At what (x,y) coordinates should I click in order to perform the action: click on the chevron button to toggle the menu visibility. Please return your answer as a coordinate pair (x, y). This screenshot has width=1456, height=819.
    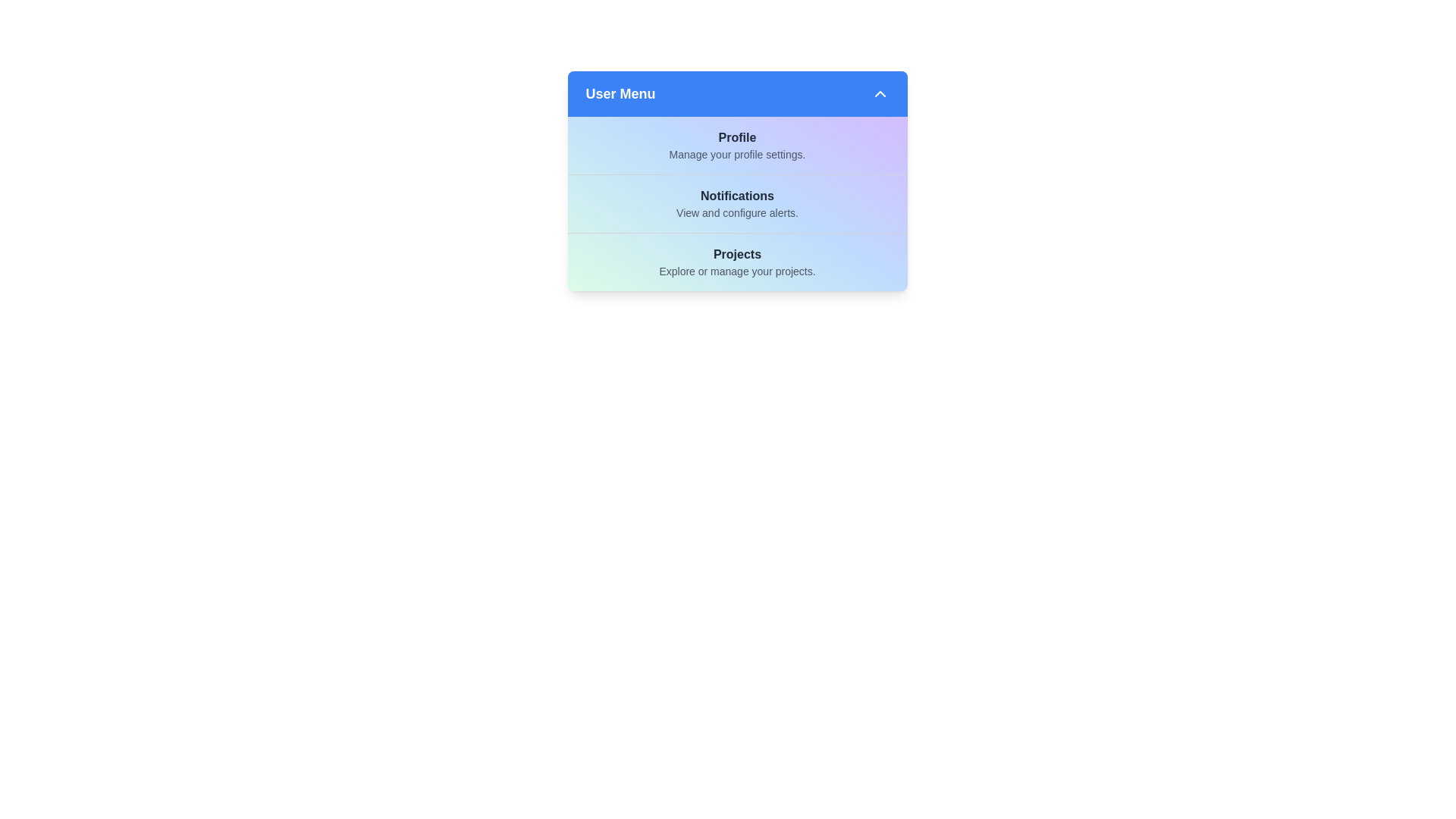
    Looking at the image, I should click on (880, 93).